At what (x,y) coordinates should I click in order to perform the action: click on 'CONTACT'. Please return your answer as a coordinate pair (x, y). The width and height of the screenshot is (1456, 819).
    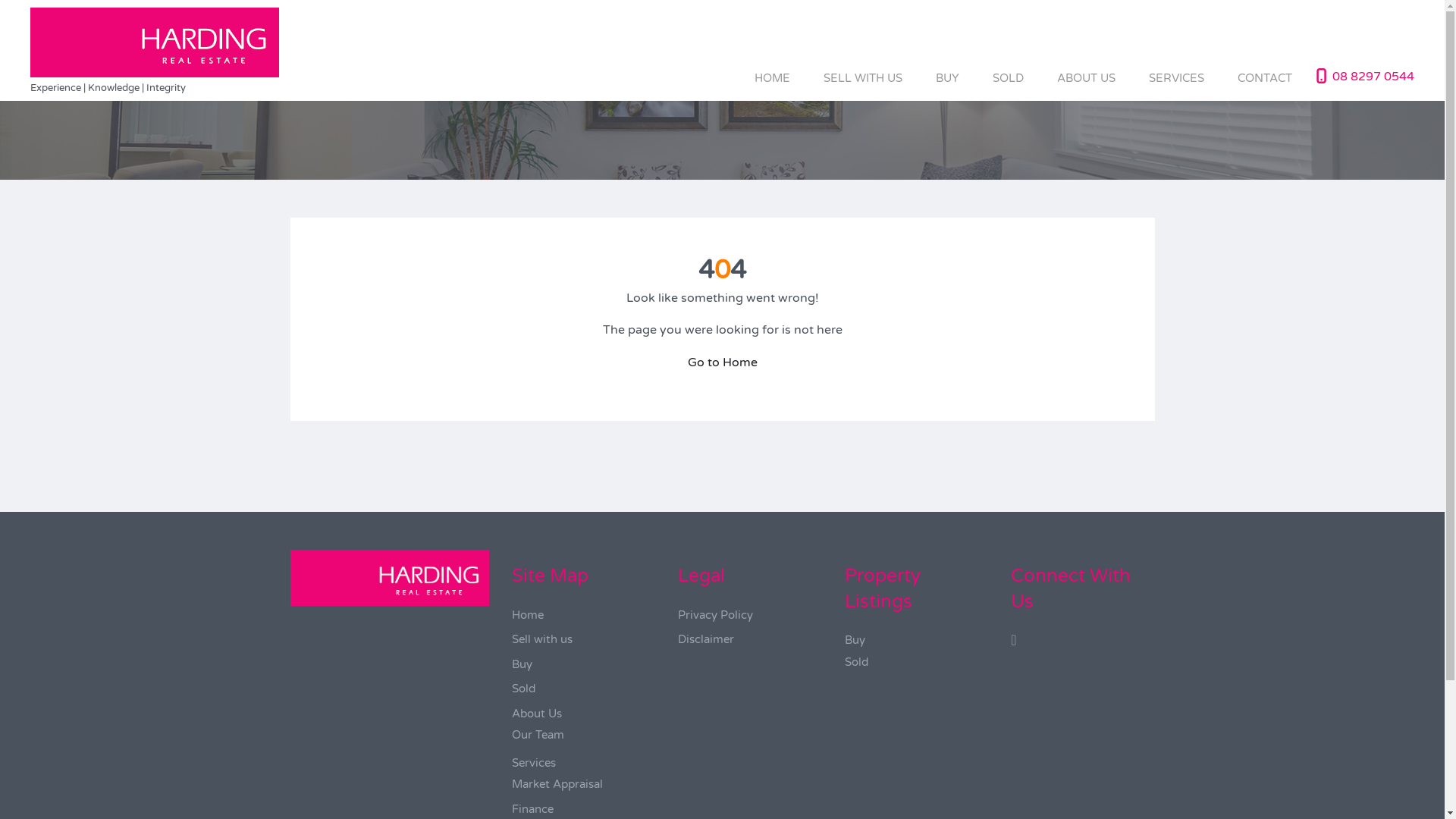
    Looking at the image, I should click on (1220, 77).